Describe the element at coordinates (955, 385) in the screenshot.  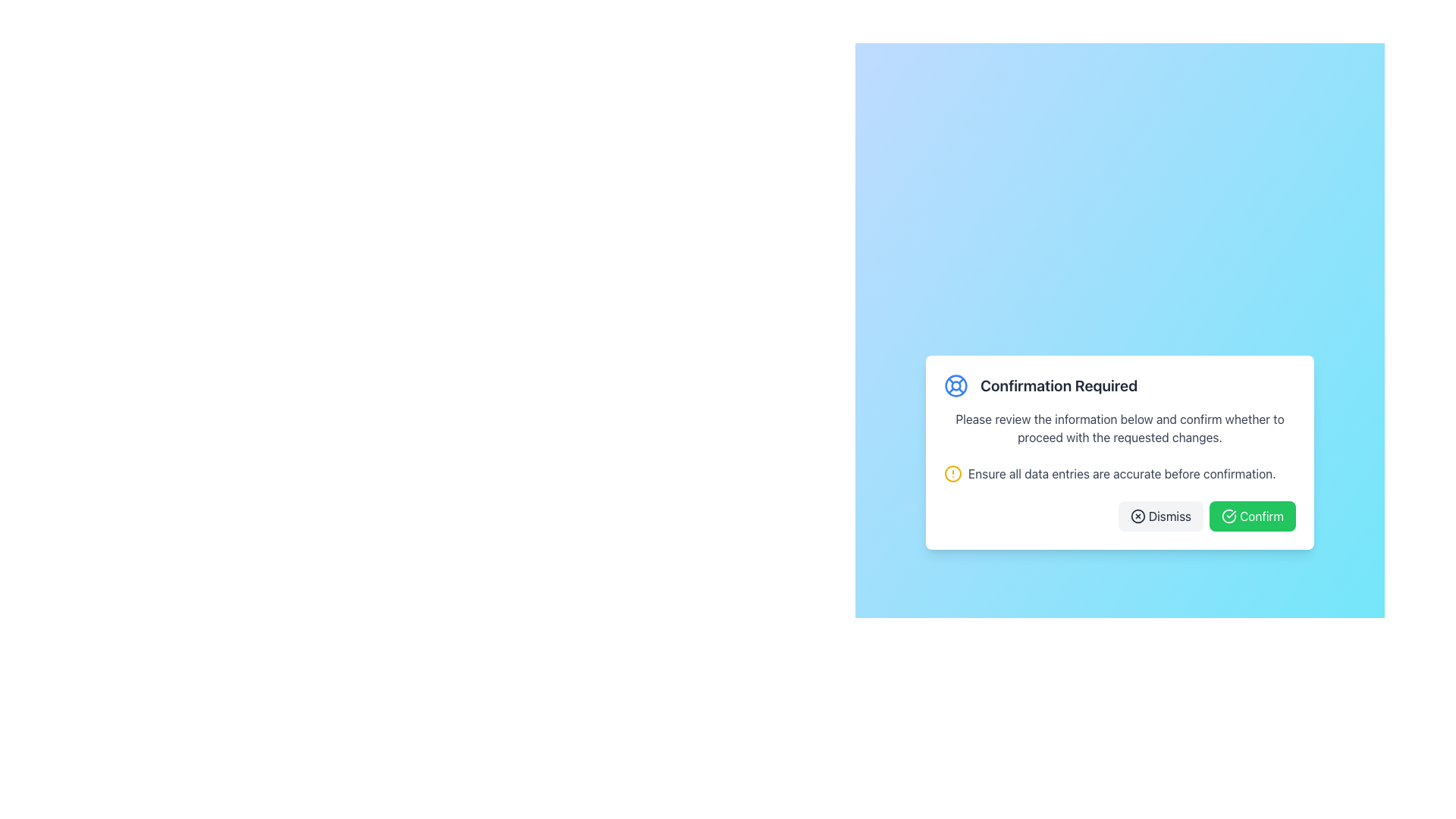
I see `the assistance or safety-related confirmation icon located to the left of the title text 'Confirmation Required' at the top of the dialog box` at that location.